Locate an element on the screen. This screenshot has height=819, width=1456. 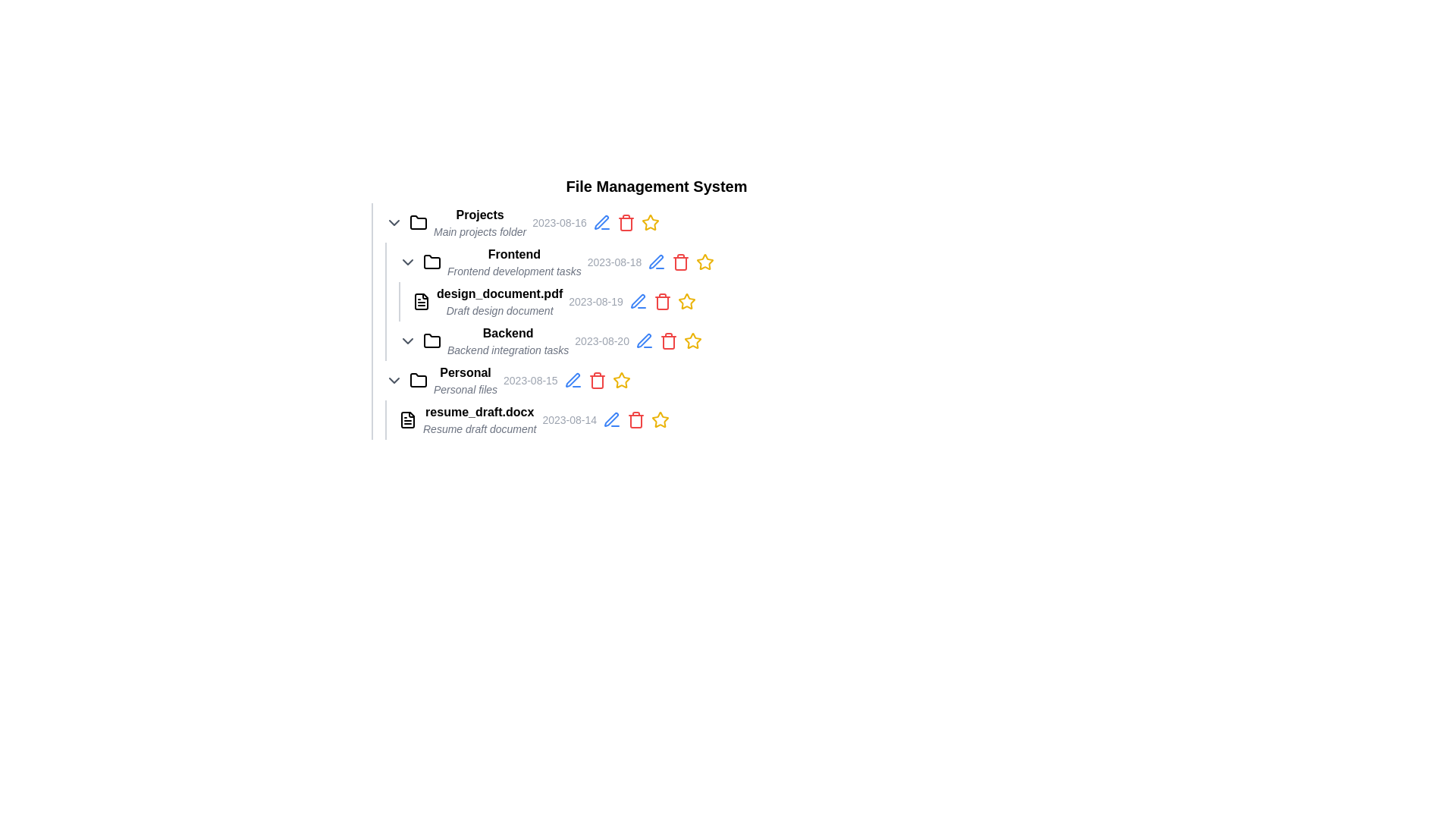
the visibility toggle button for the 'Personal' directory is located at coordinates (394, 379).